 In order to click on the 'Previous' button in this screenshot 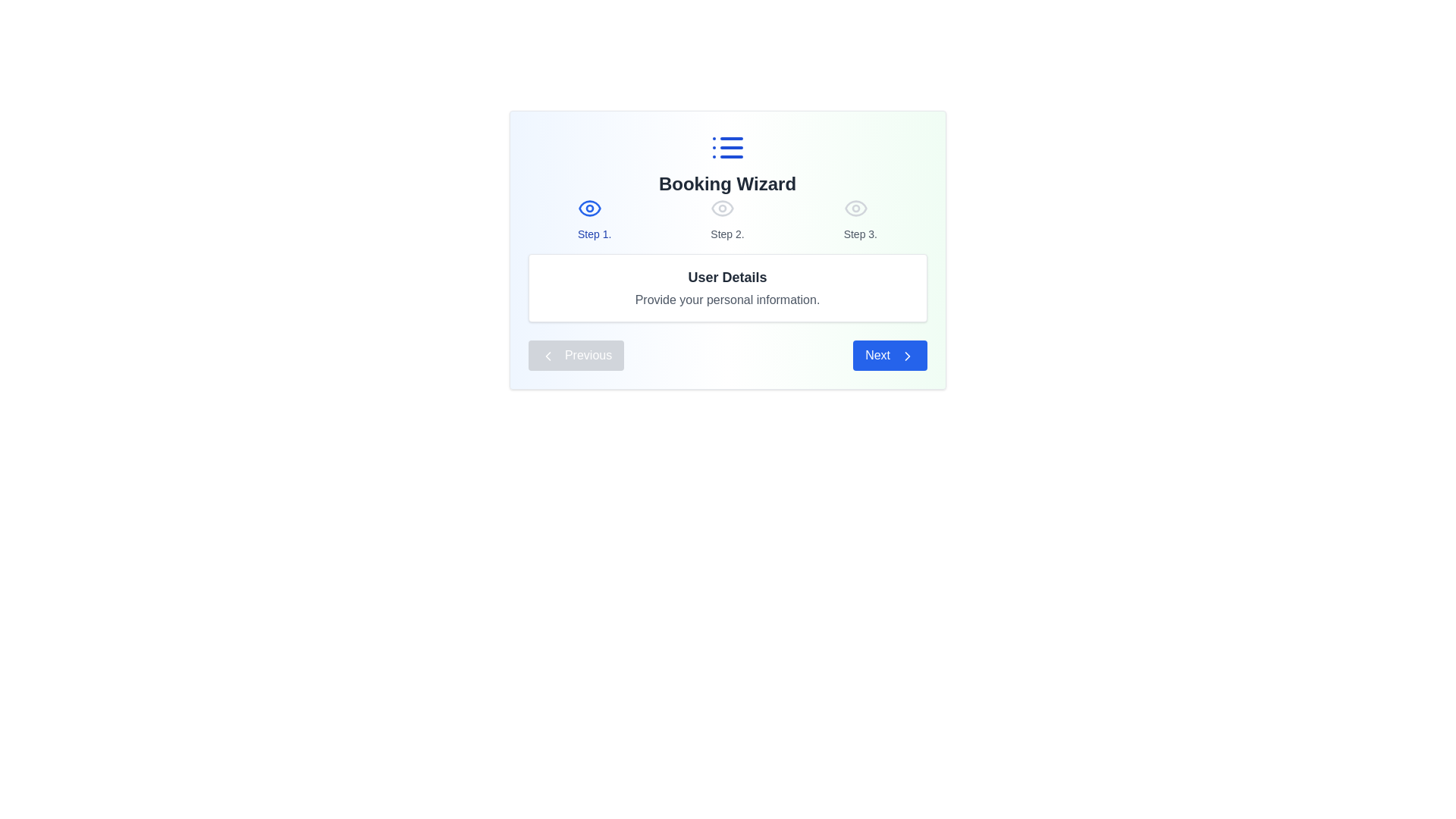, I will do `click(575, 356)`.